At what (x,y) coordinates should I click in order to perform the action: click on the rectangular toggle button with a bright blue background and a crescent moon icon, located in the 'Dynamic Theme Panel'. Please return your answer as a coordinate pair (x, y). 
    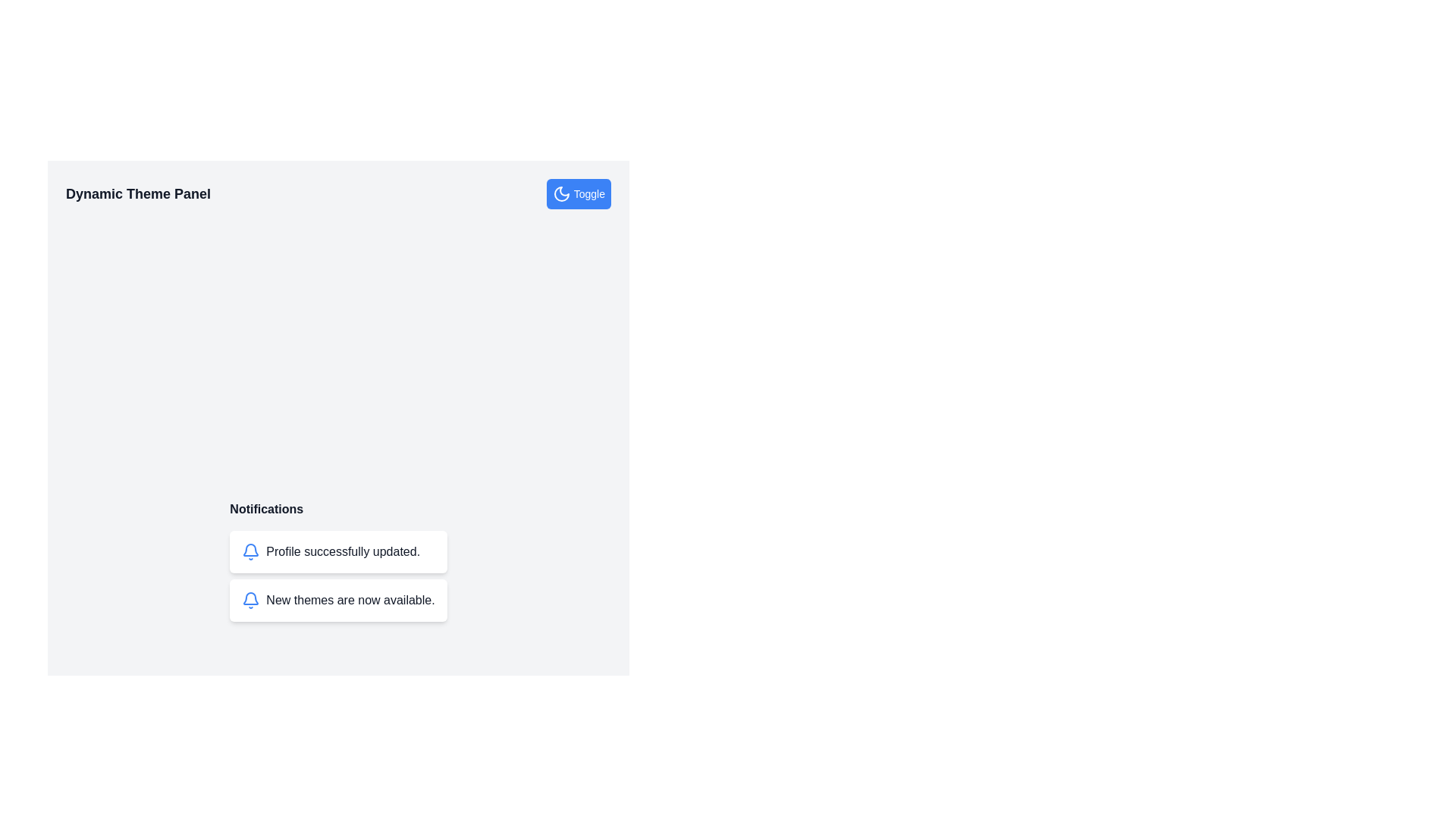
    Looking at the image, I should click on (578, 193).